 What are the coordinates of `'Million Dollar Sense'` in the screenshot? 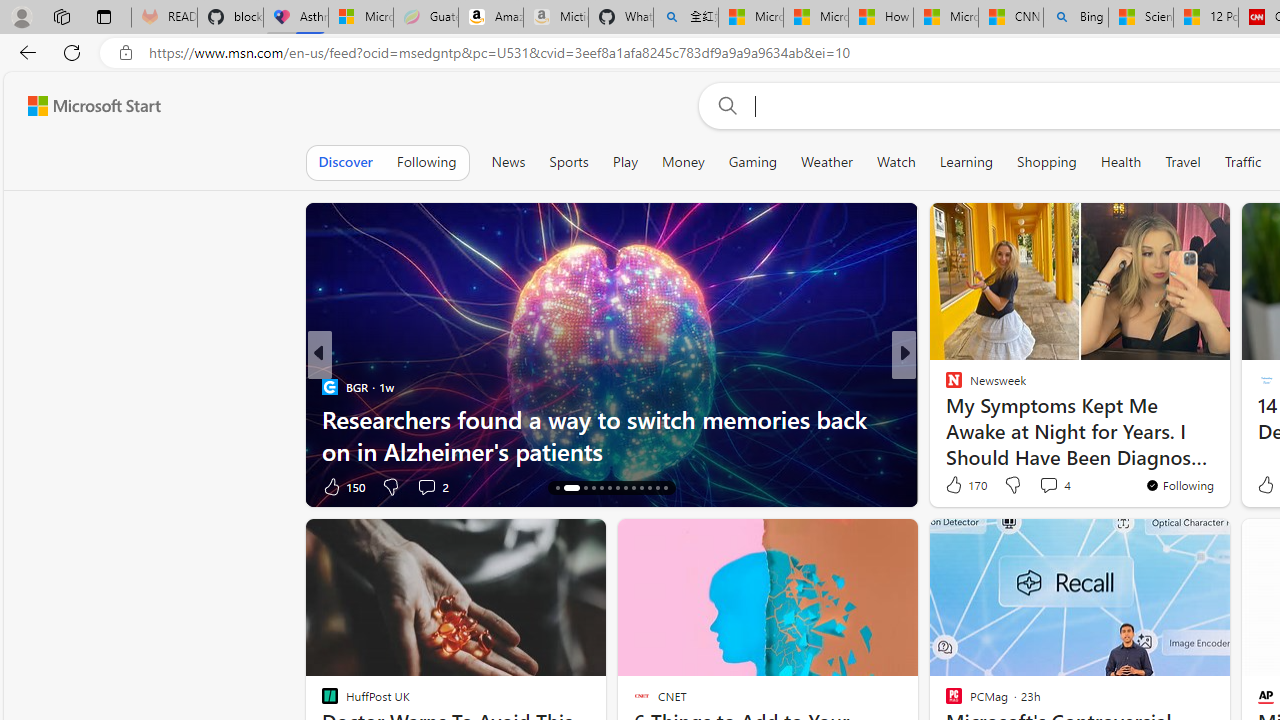 It's located at (944, 418).